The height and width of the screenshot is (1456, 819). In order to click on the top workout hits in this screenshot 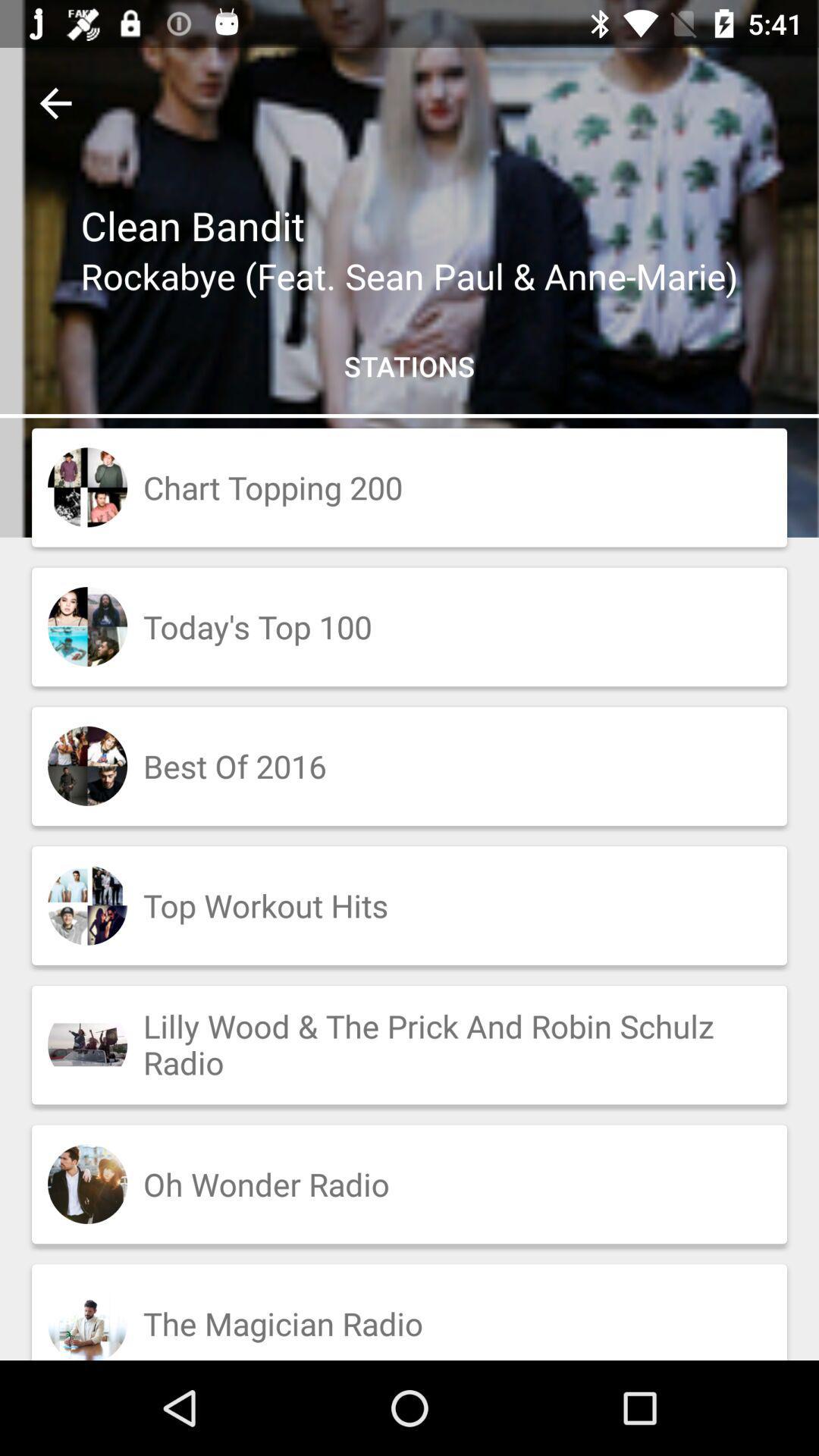, I will do `click(409, 905)`.